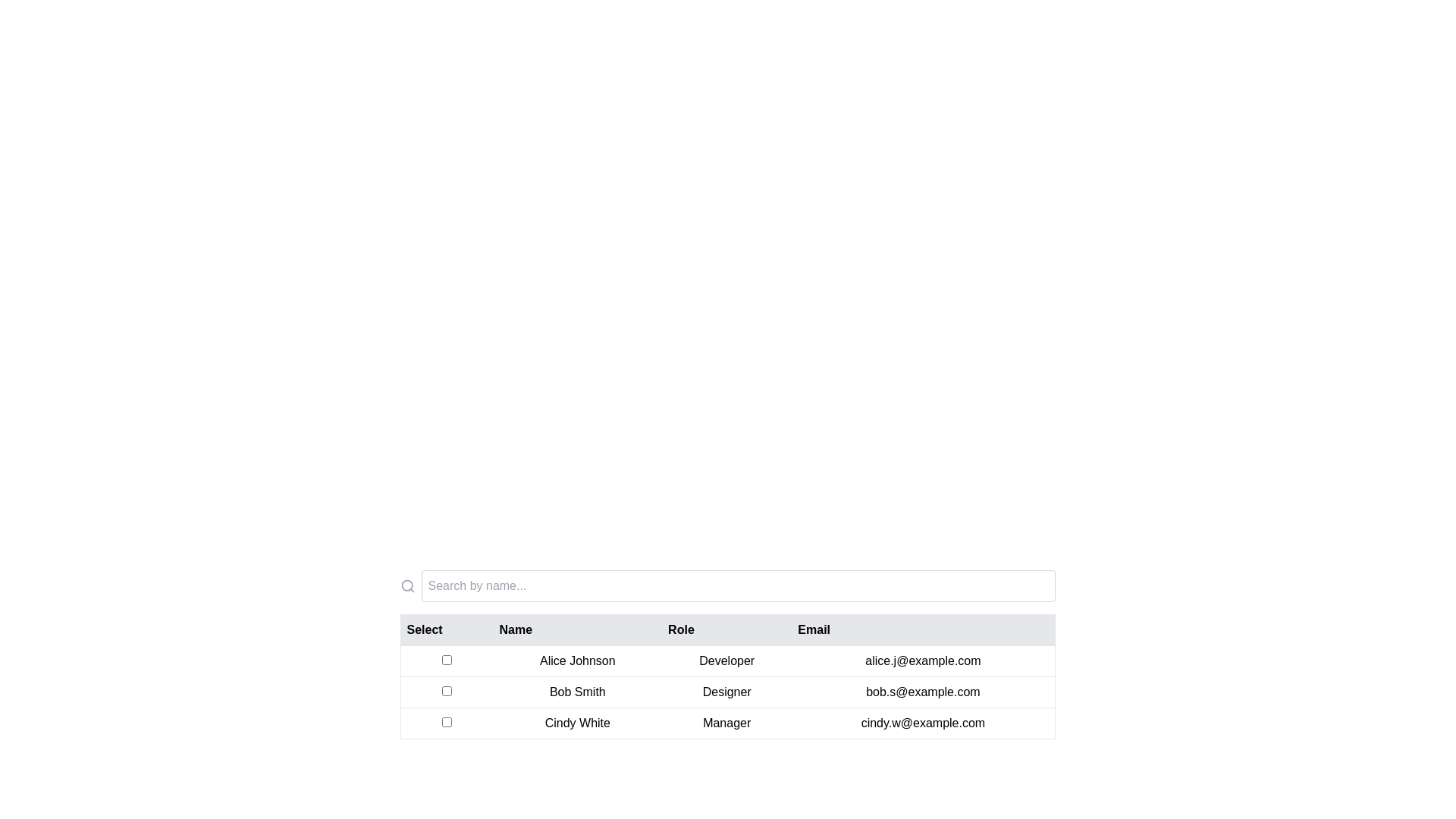 The height and width of the screenshot is (819, 1456). What do you see at coordinates (446, 692) in the screenshot?
I see `the checkbox in the second row of the table corresponding to the entry for 'Bob Smith'` at bounding box center [446, 692].